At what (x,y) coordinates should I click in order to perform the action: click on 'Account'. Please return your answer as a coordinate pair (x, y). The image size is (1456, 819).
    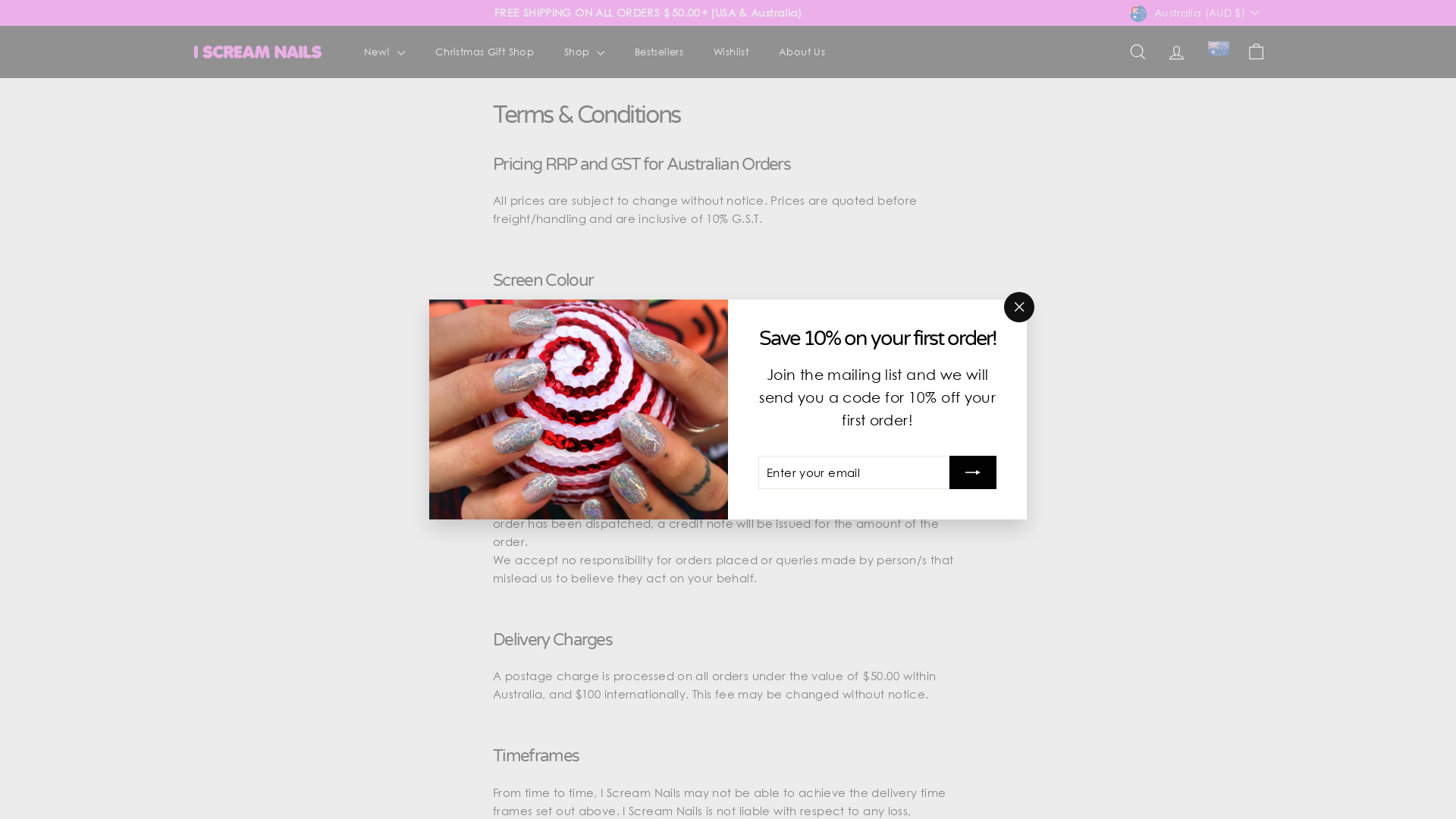
    Looking at the image, I should click on (1156, 51).